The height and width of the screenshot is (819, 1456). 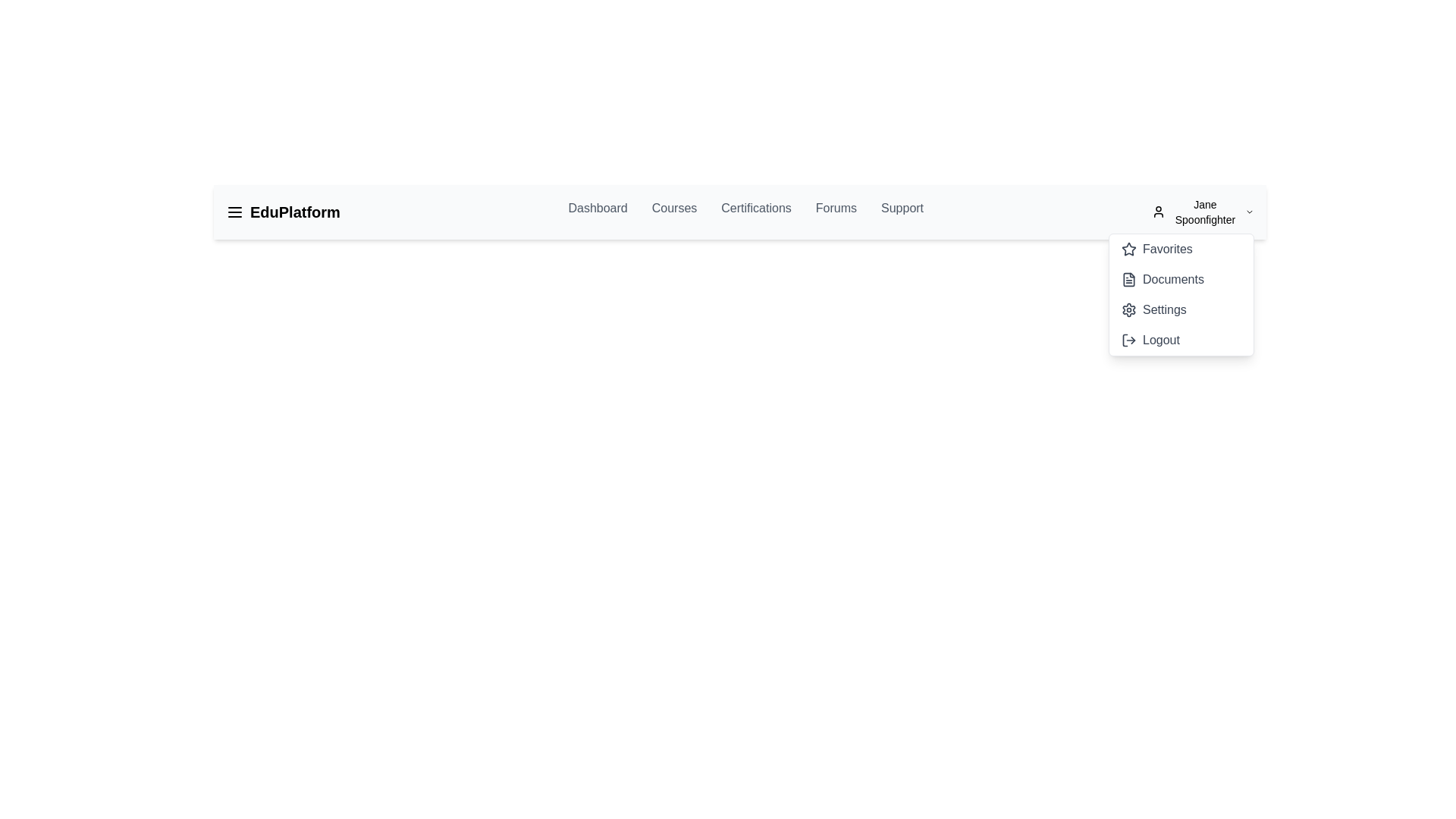 What do you see at coordinates (1128, 280) in the screenshot?
I see `properties of the document icon located to the left of the 'Documents' label in the dropdown menu under the user profile section` at bounding box center [1128, 280].